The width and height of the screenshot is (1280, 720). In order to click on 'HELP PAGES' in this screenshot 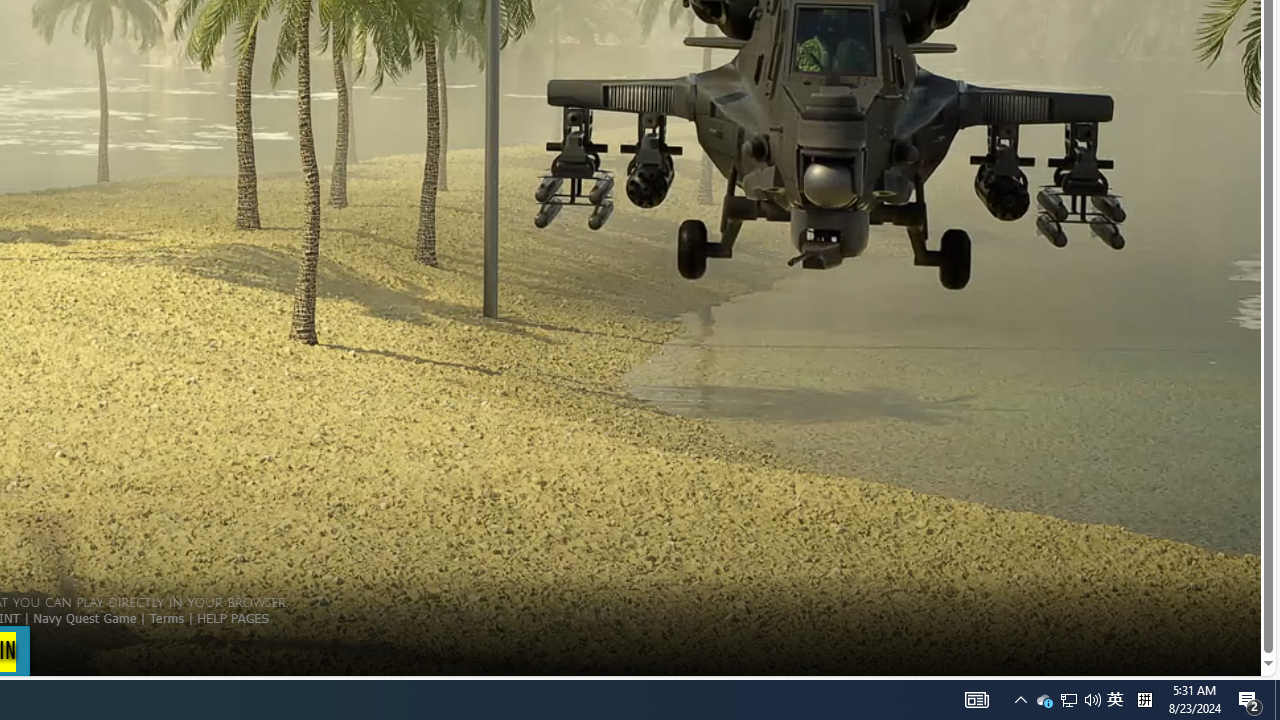, I will do `click(232, 616)`.